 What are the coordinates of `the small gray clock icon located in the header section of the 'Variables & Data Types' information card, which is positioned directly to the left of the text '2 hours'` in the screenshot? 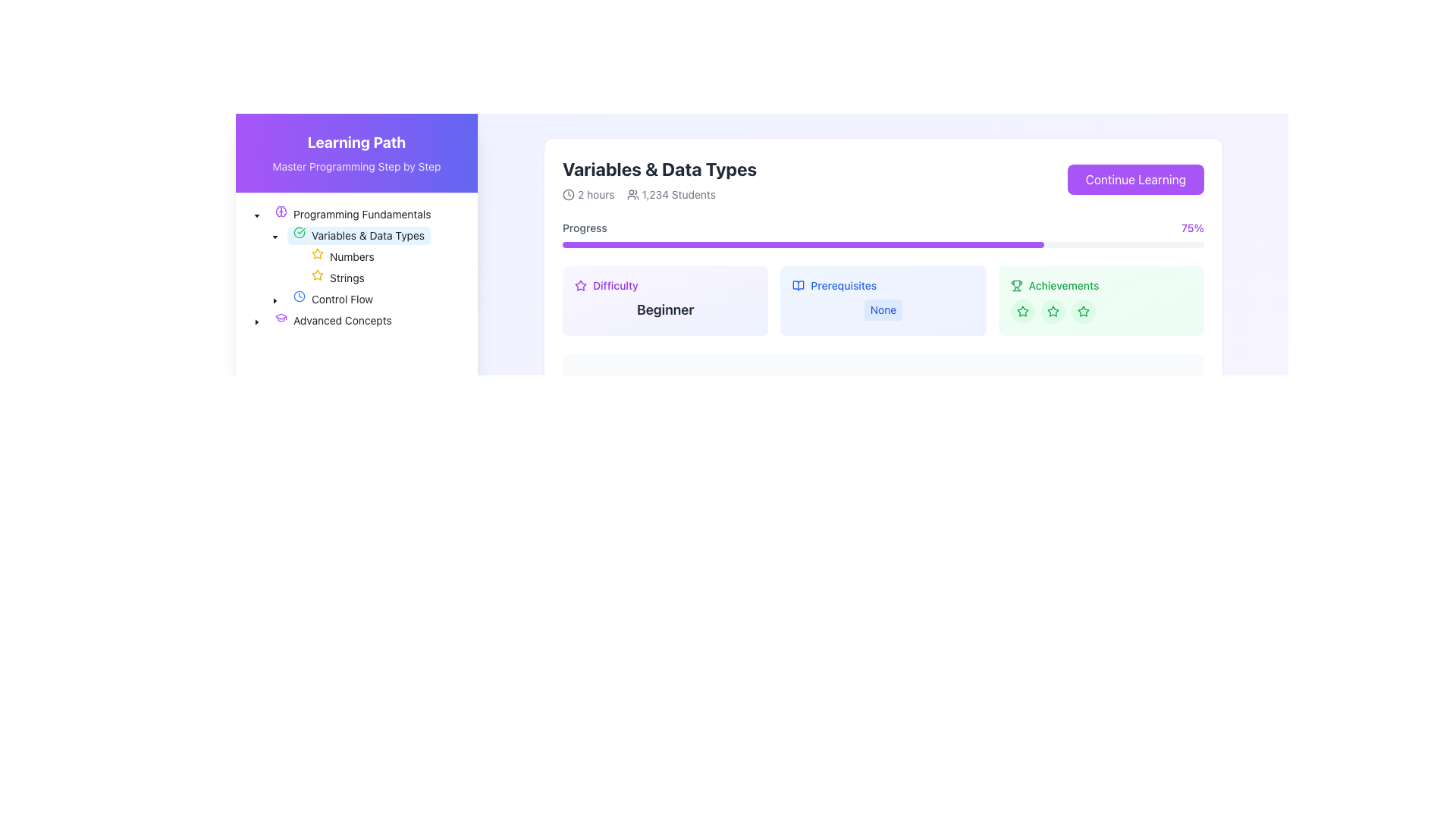 It's located at (567, 194).